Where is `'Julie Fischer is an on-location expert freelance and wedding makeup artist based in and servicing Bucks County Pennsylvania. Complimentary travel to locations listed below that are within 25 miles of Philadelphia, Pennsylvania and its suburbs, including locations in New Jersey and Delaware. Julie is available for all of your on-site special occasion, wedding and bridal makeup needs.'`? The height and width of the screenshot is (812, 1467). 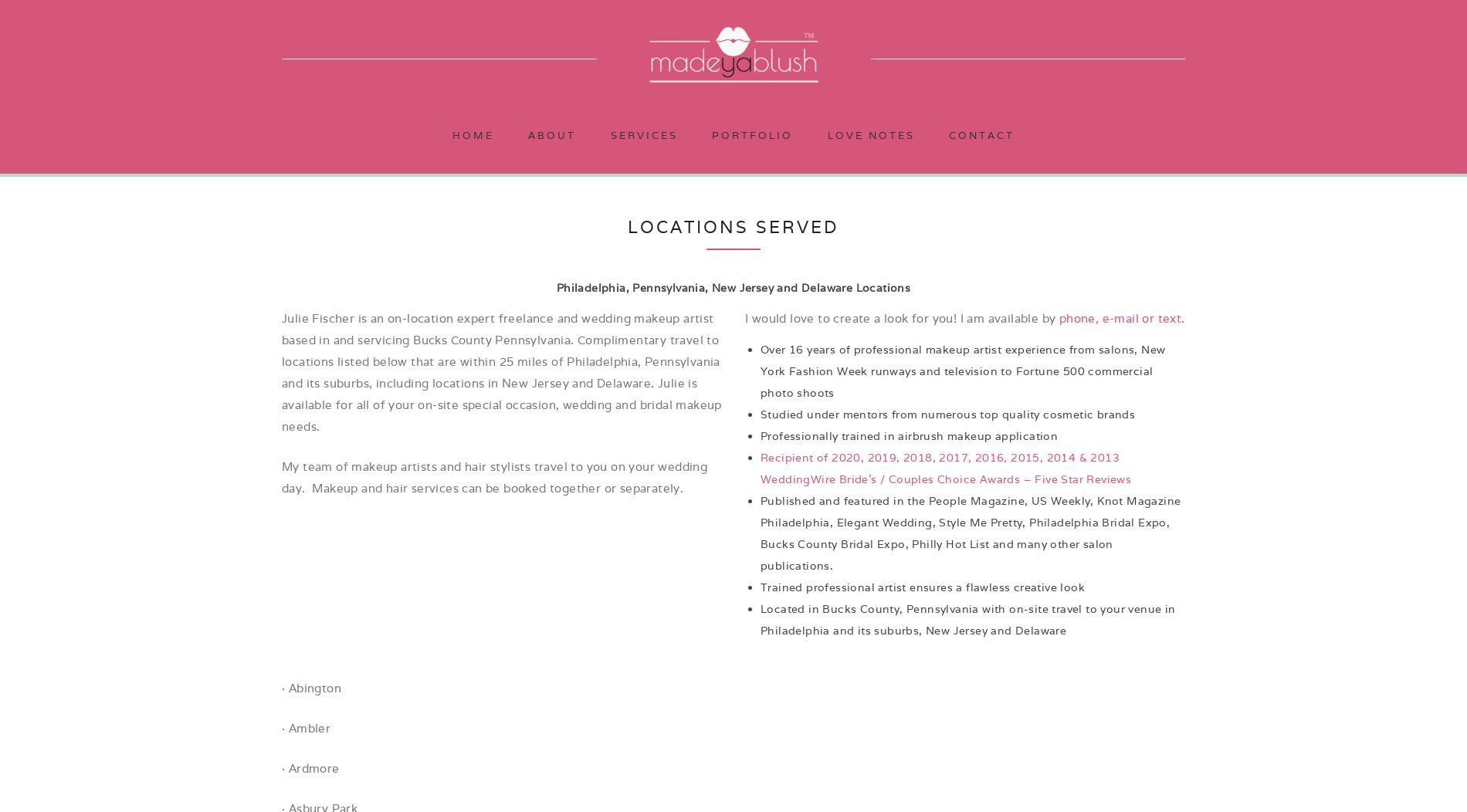
'Julie Fischer is an on-location expert freelance and wedding makeup artist based in and servicing Bucks County Pennsylvania. Complimentary travel to locations listed below that are within 25 miles of Philadelphia, Pennsylvania and its suburbs, including locations in New Jersey and Delaware. Julie is available for all of your on-site special occasion, wedding and bridal makeup needs.' is located at coordinates (280, 372).